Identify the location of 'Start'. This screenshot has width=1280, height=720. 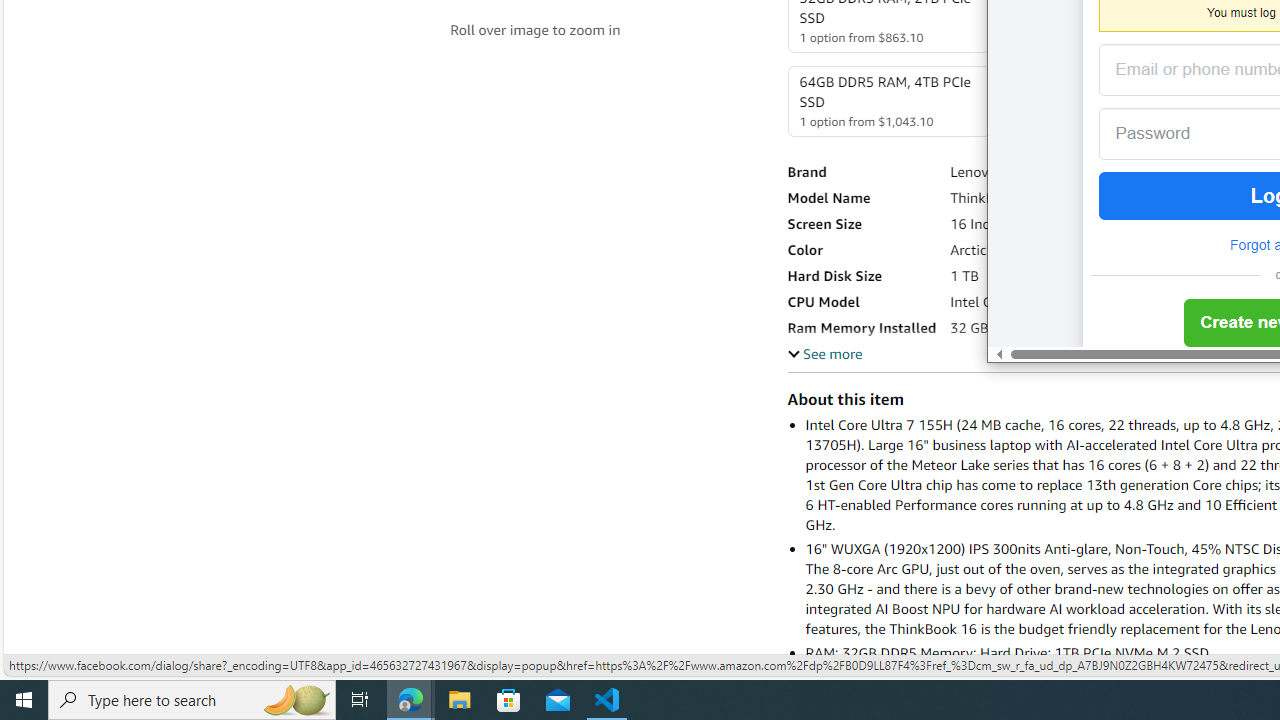
(24, 698).